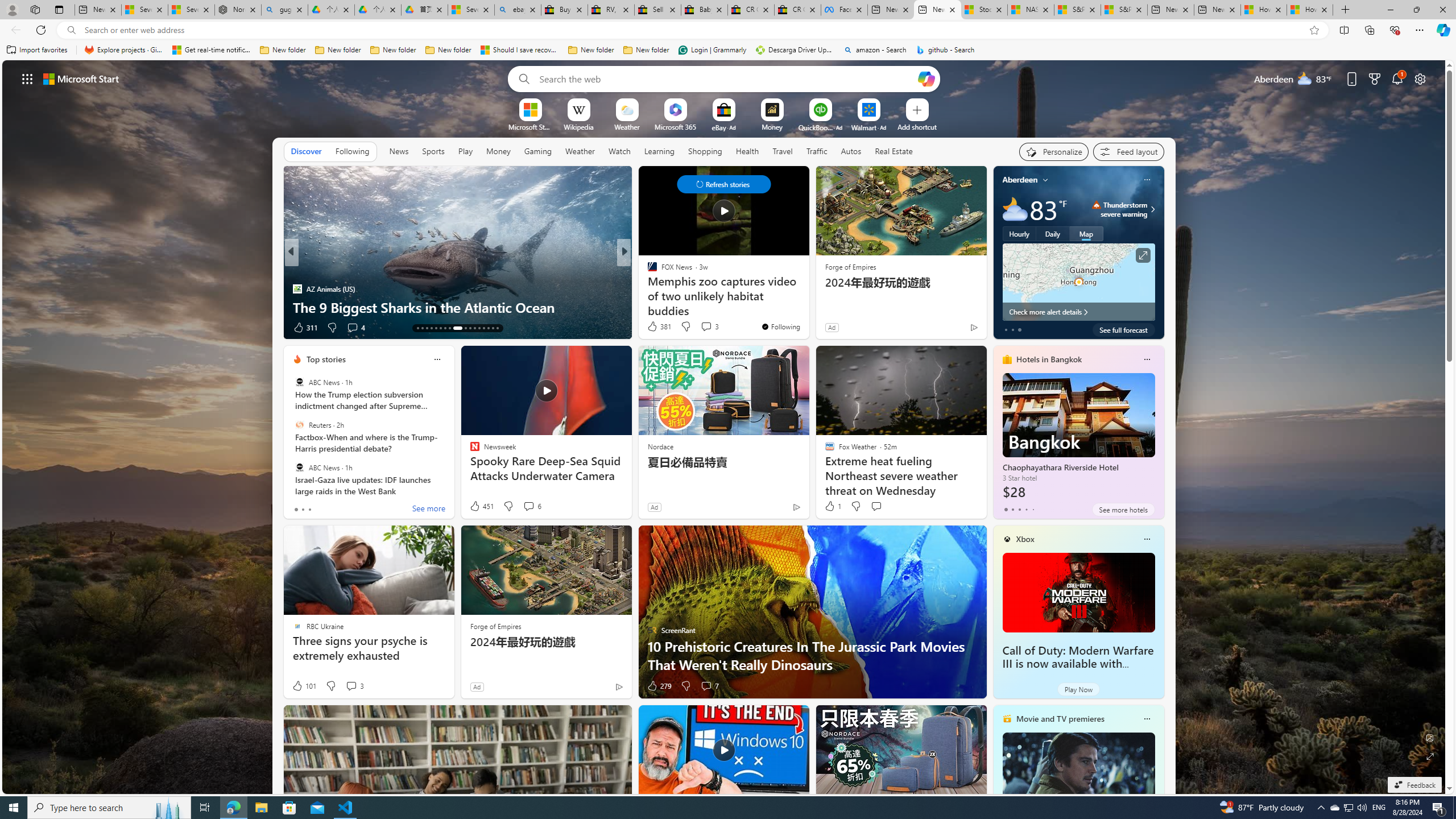  Describe the element at coordinates (1053, 152) in the screenshot. I see `'Personalize your feed"'` at that location.